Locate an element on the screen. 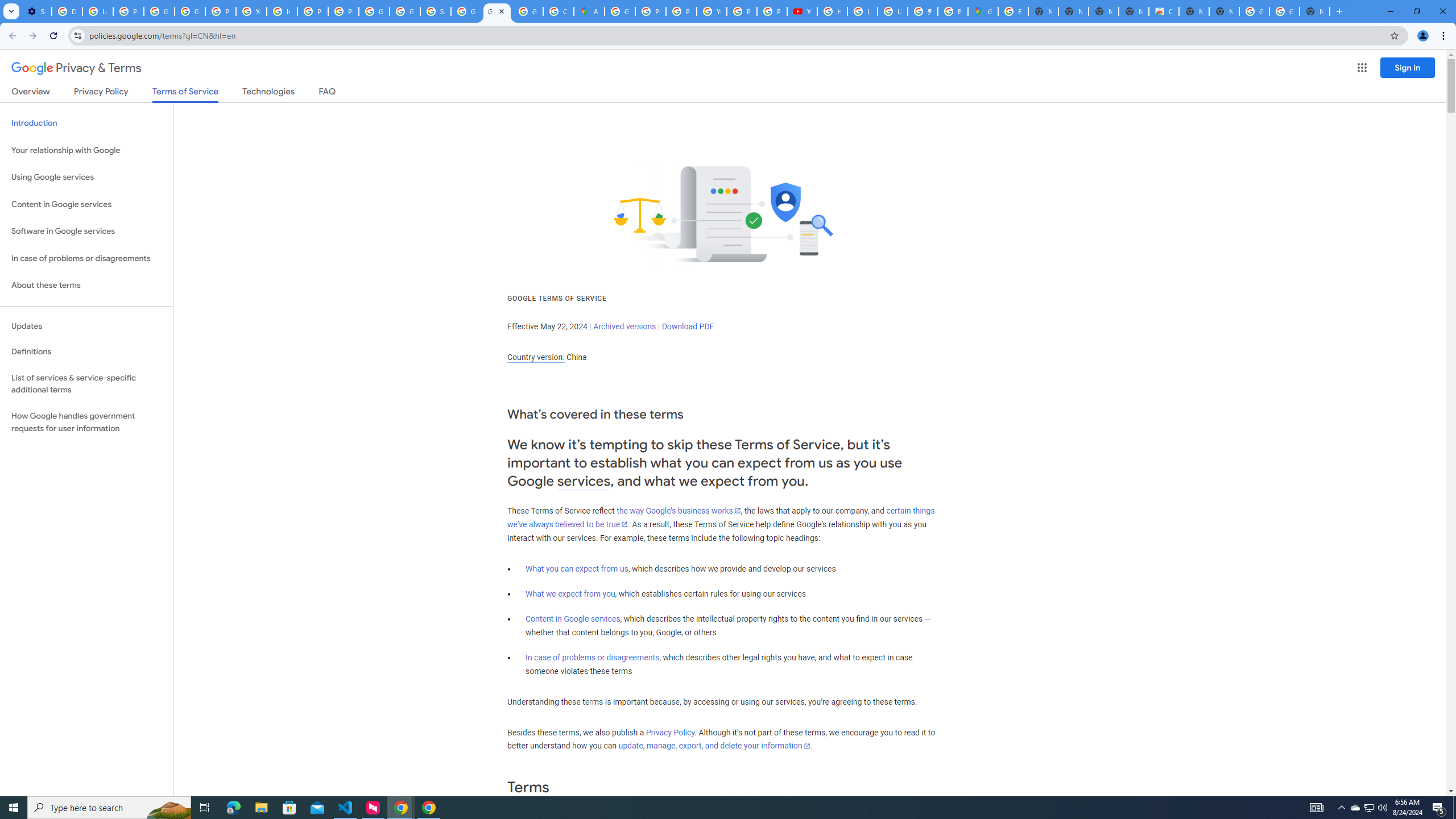 Image resolution: width=1456 pixels, height=819 pixels. 'Definitions' is located at coordinates (86, 351).